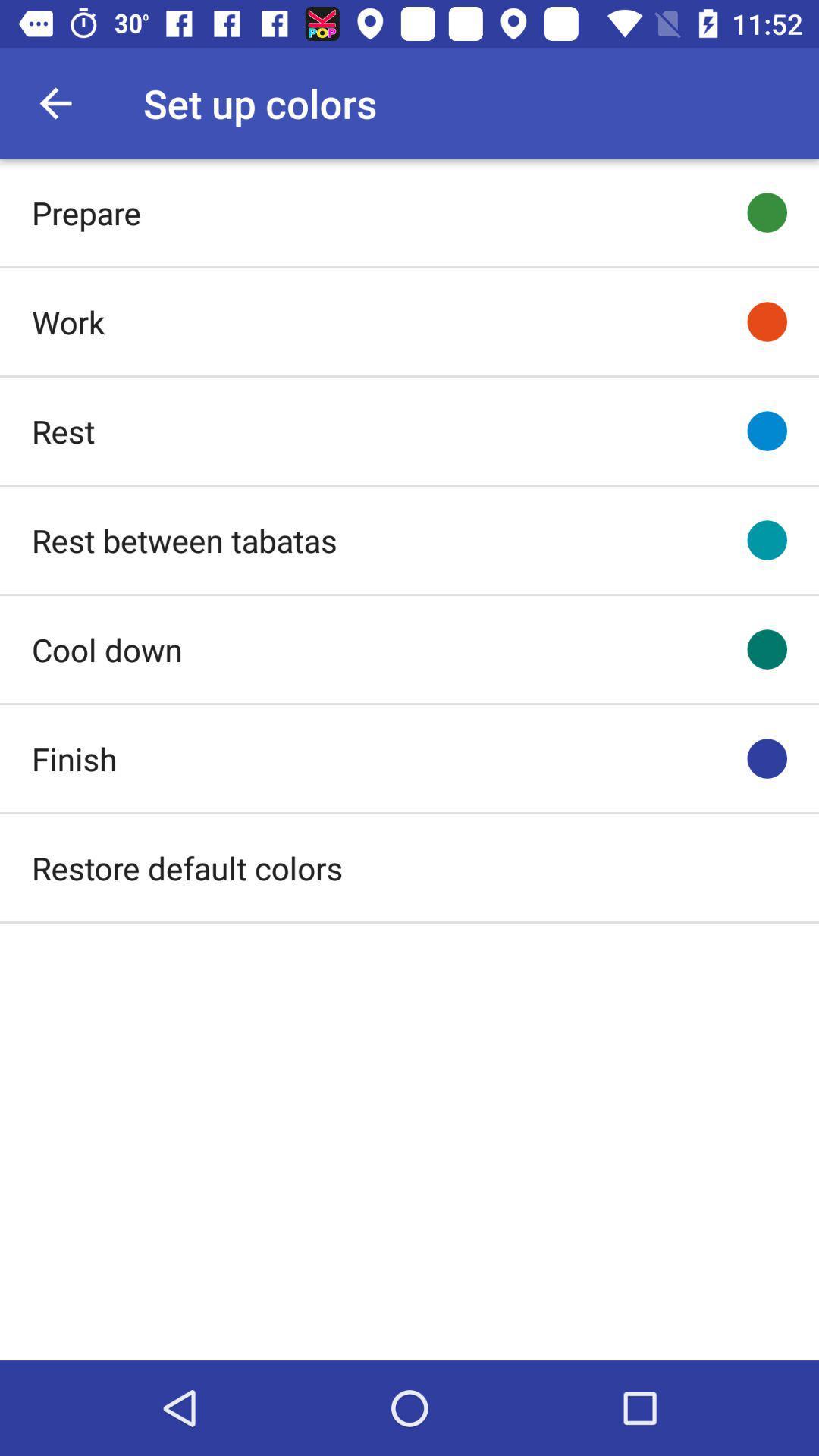  I want to click on the restore default colors item, so click(187, 868).